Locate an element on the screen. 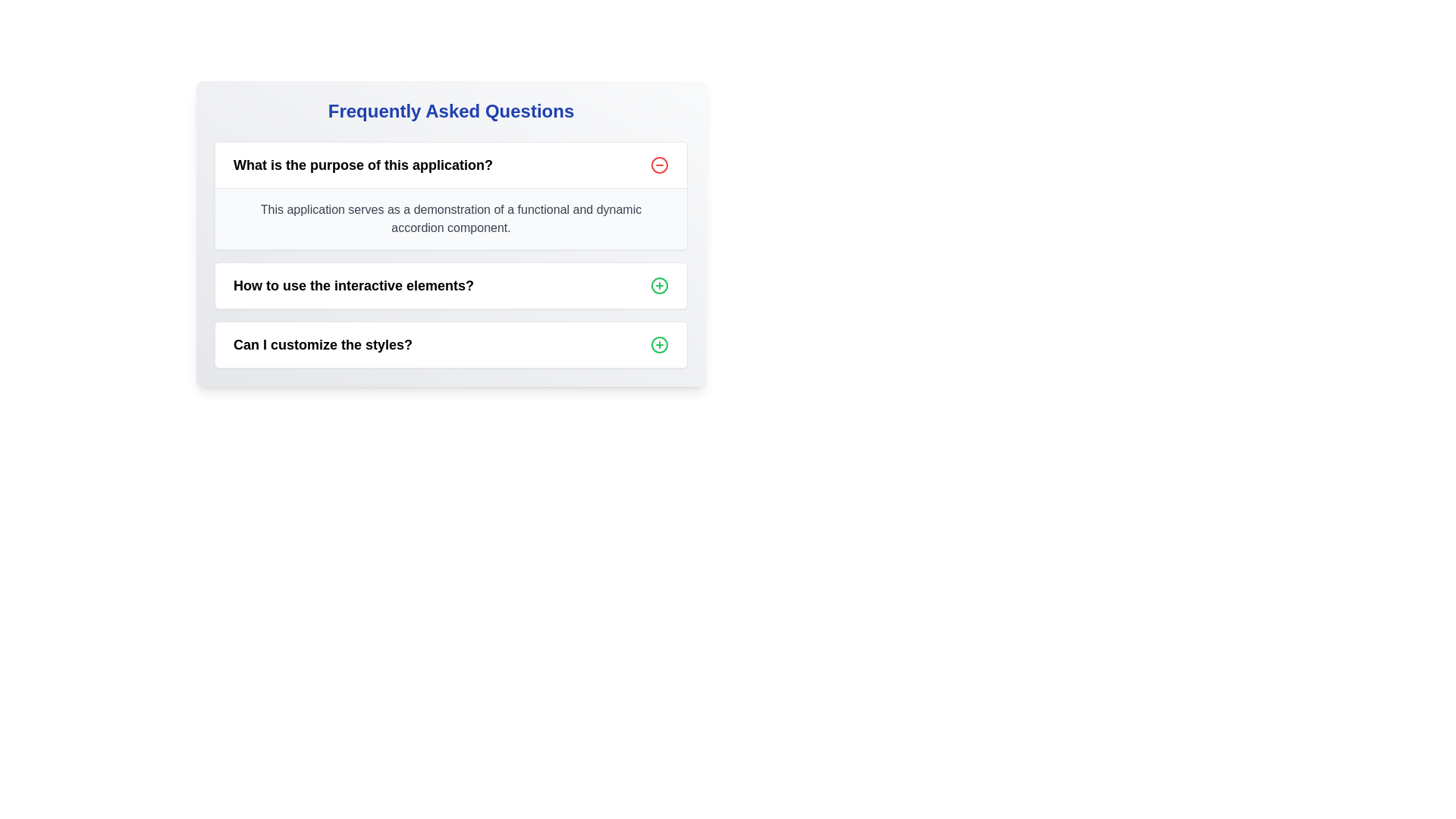 Image resolution: width=1456 pixels, height=819 pixels. the SVG Circle that serves as a visual component of the circle-minus icon, located in the top-right corner of the first FAQ item block is located at coordinates (659, 165).